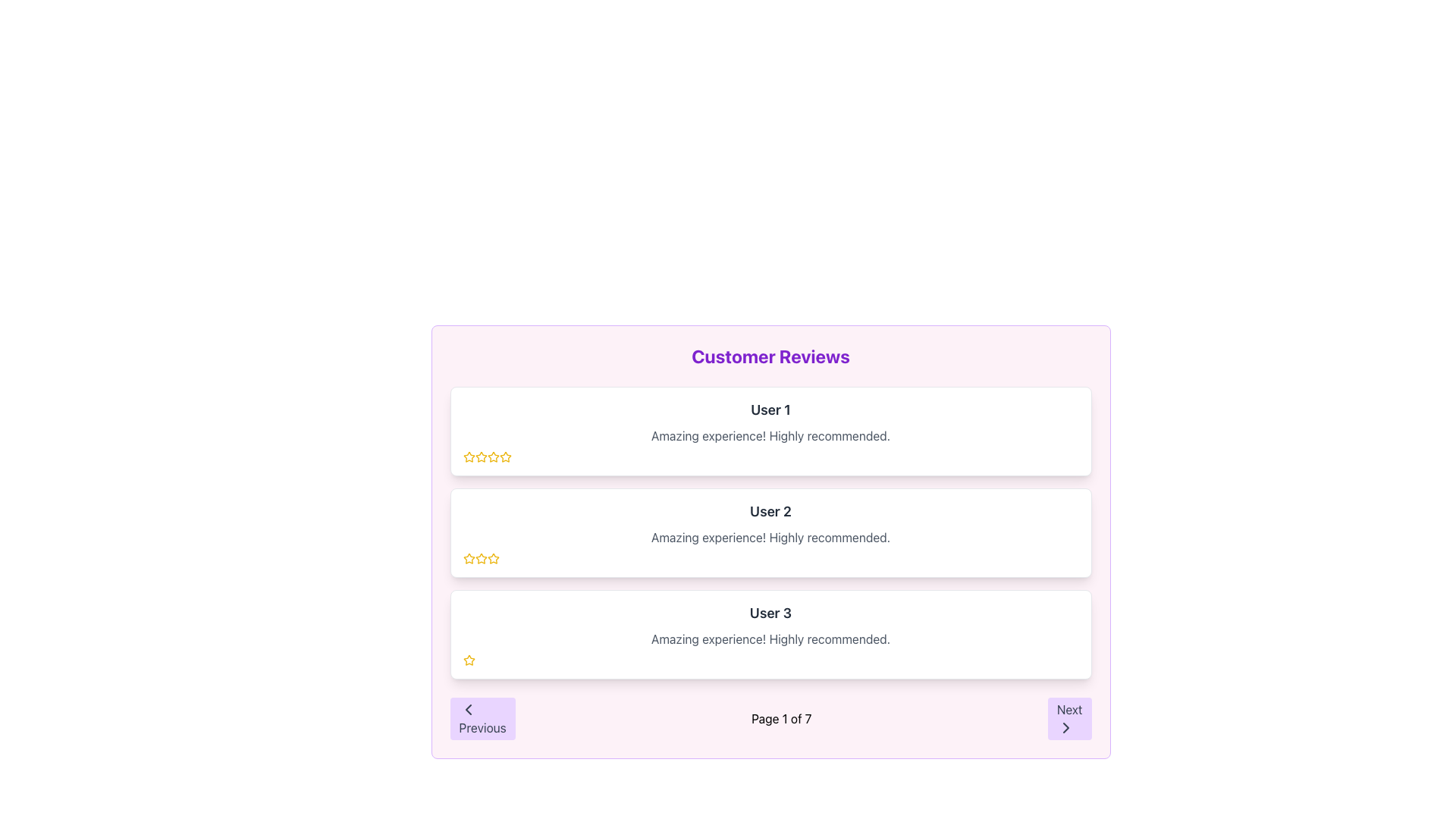  Describe the element at coordinates (770, 635) in the screenshot. I see `the card titled 'User 3' to focus on it, which is the third card in the 'Customer Reviews' section with a light white background and a bold title` at that location.